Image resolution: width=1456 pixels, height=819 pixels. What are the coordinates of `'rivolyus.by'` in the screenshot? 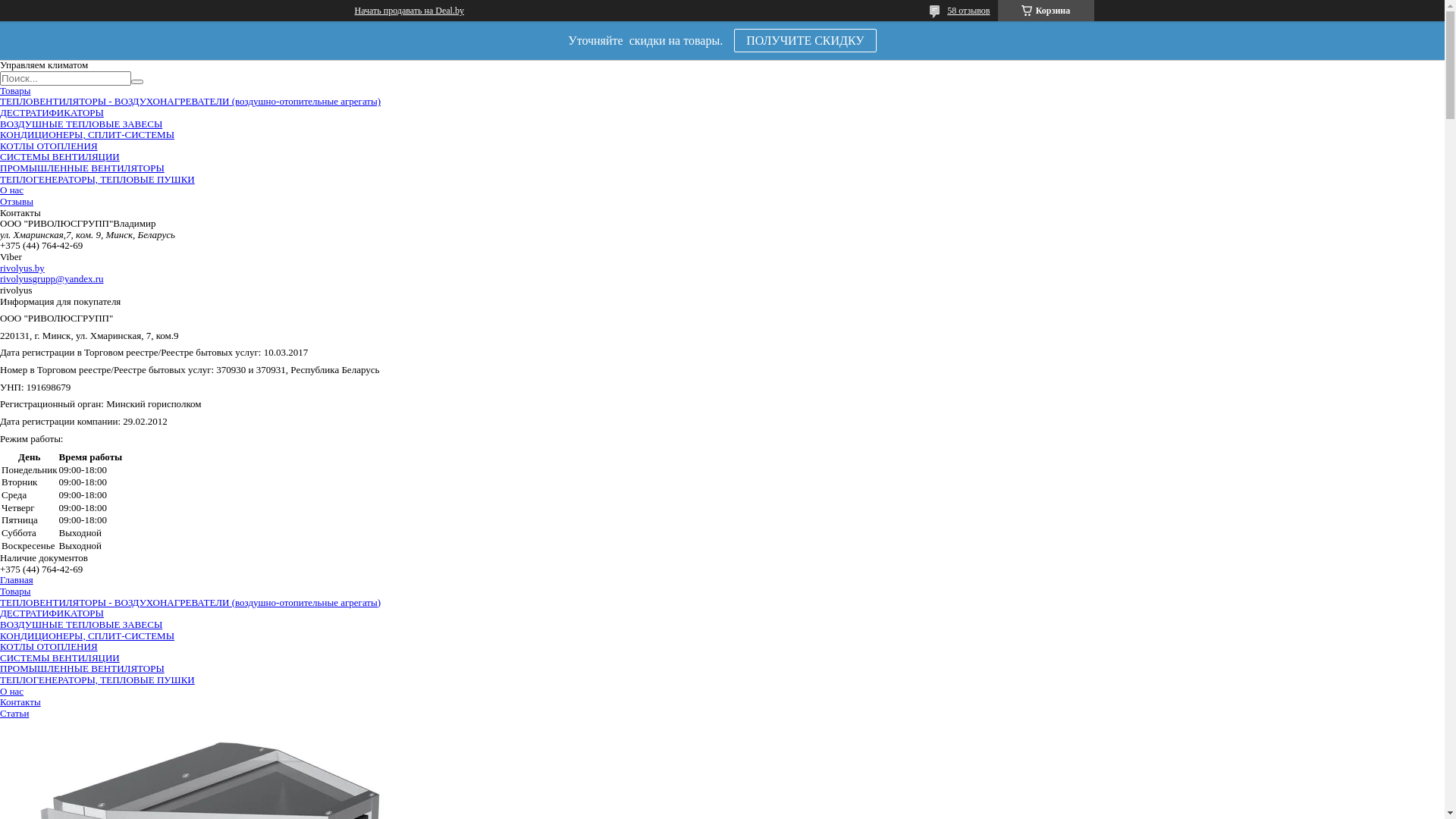 It's located at (22, 267).